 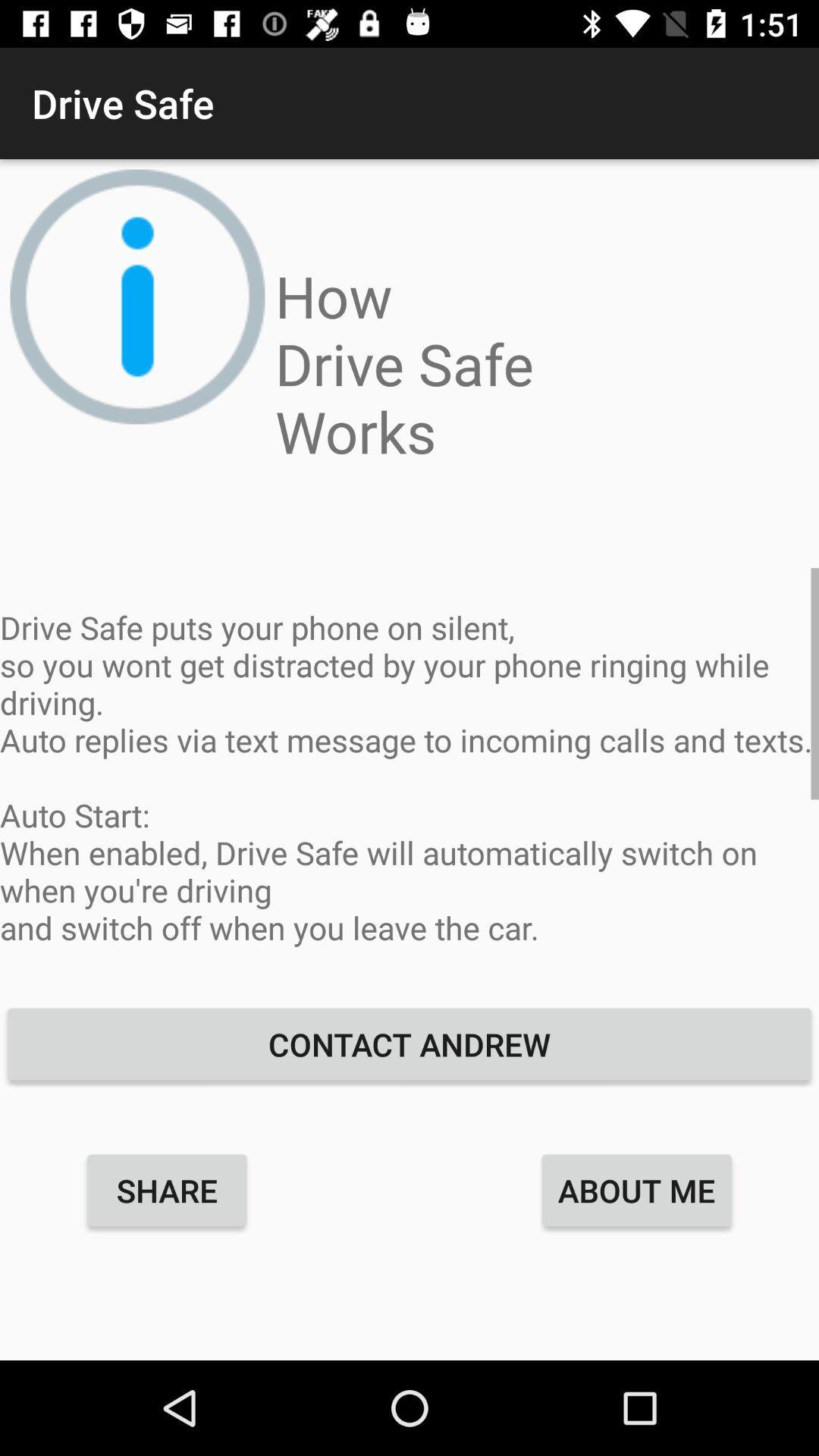 I want to click on the icon next to the about me, so click(x=167, y=1189).